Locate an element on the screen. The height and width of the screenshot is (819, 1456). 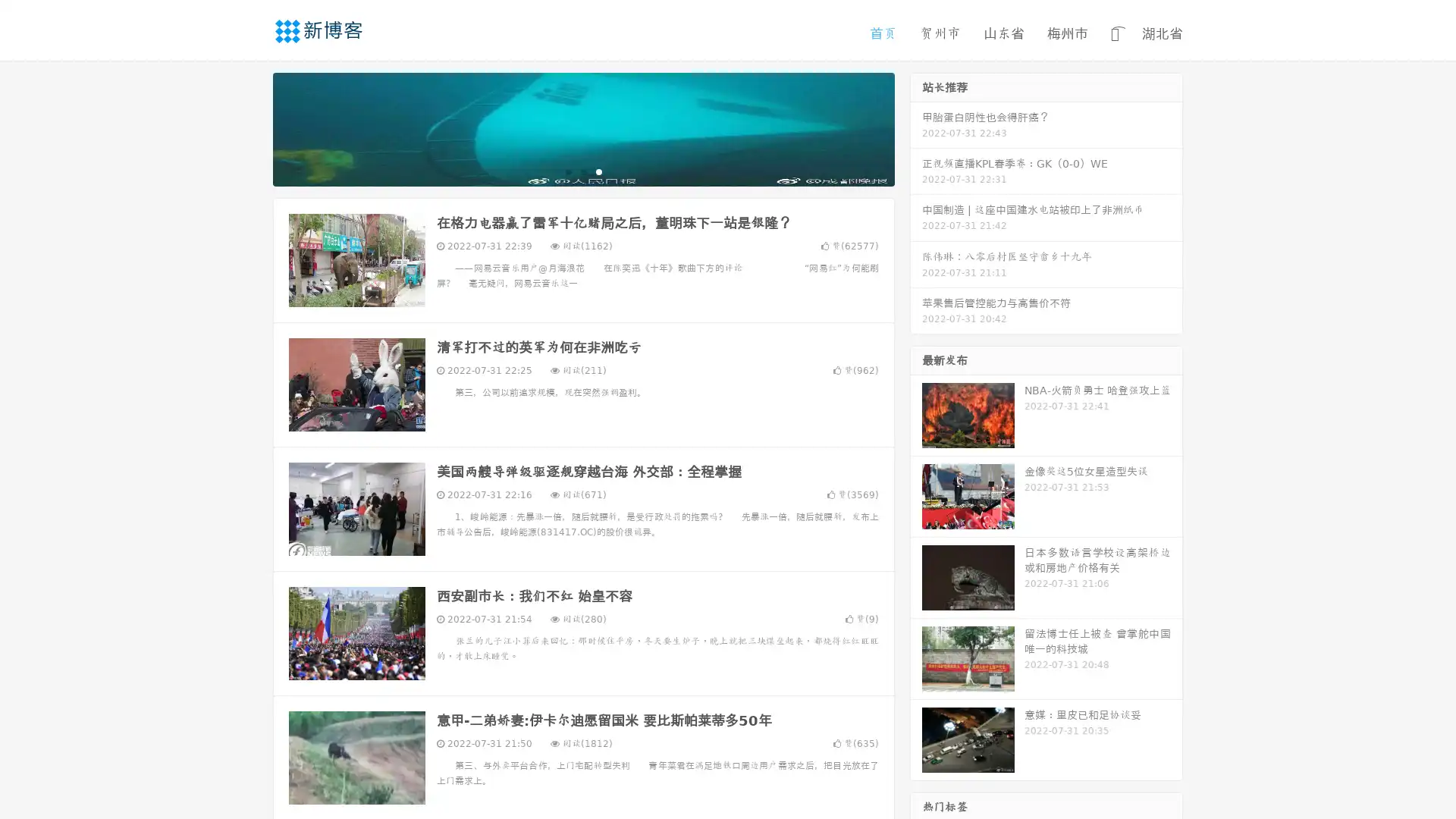
Next slide is located at coordinates (916, 127).